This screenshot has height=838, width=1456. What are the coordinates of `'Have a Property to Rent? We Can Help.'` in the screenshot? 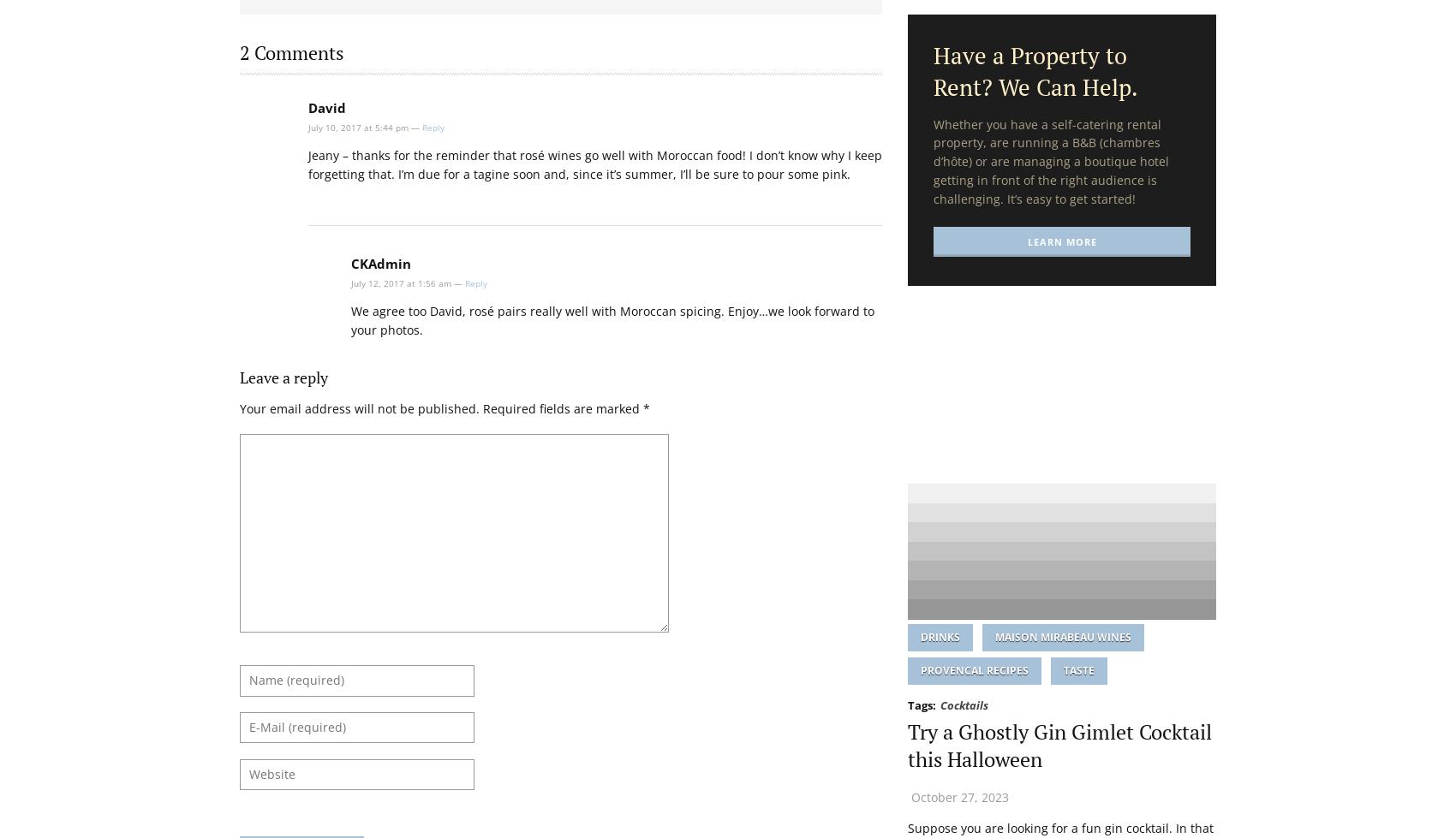 It's located at (1035, 71).